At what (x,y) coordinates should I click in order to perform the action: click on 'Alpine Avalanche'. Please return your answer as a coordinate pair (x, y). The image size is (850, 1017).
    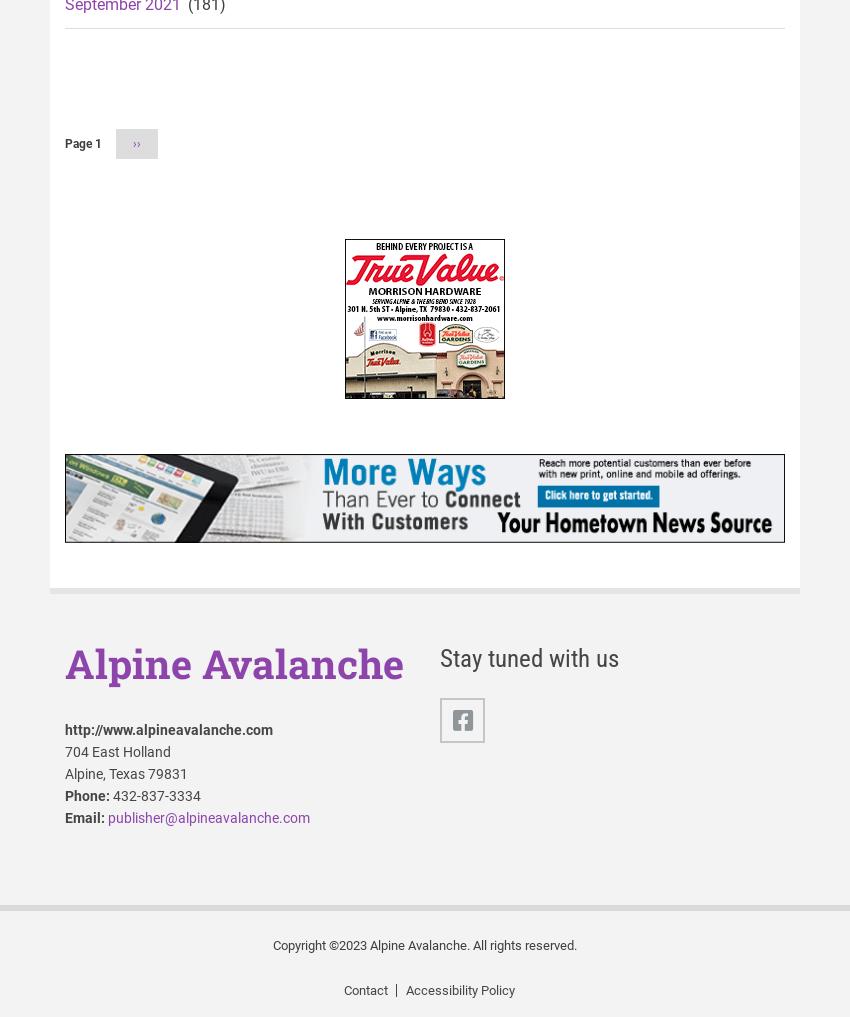
    Looking at the image, I should click on (234, 663).